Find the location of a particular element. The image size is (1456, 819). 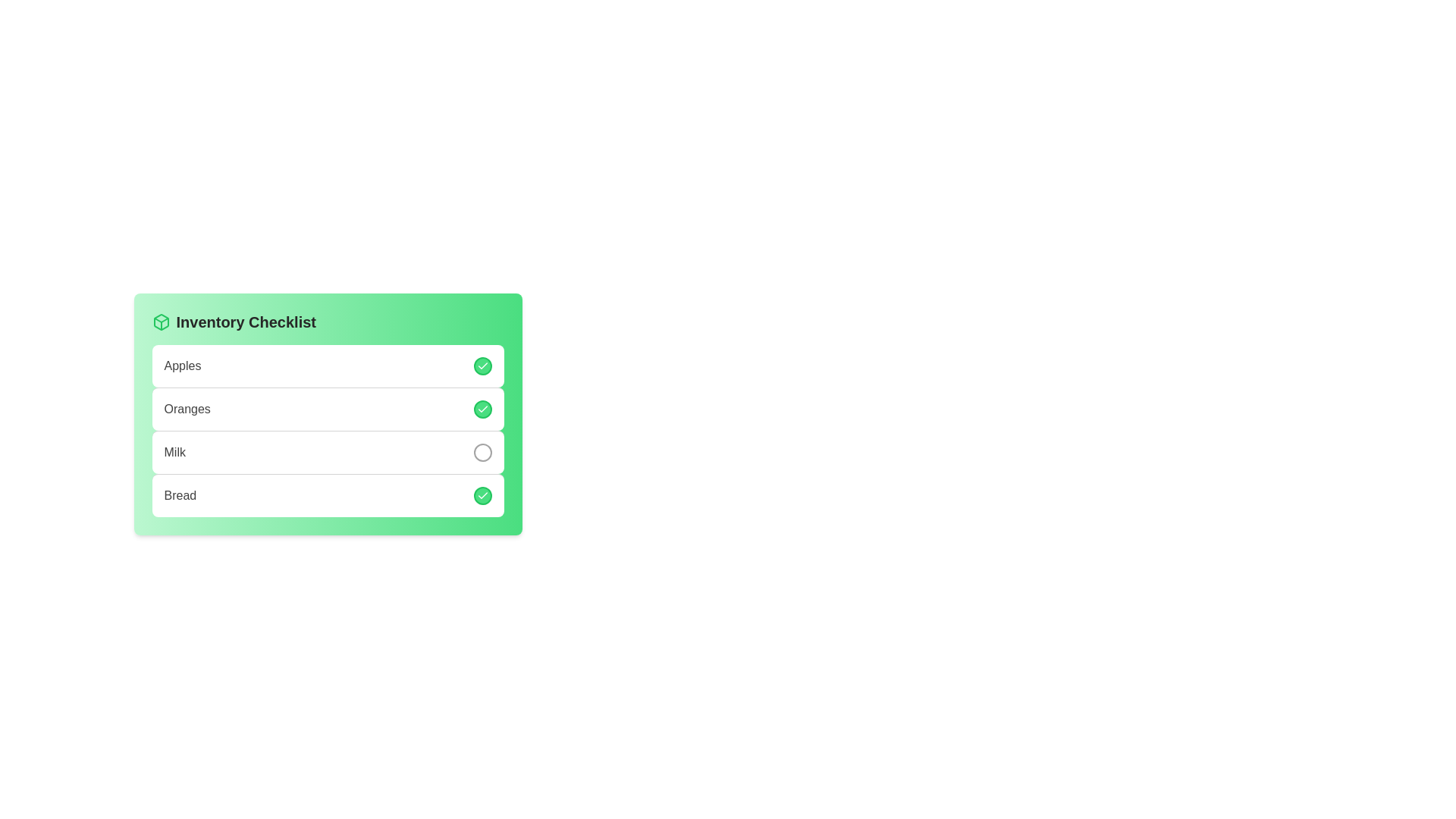

the last item in the inventory checklist labeled 'Bread' is located at coordinates (327, 495).